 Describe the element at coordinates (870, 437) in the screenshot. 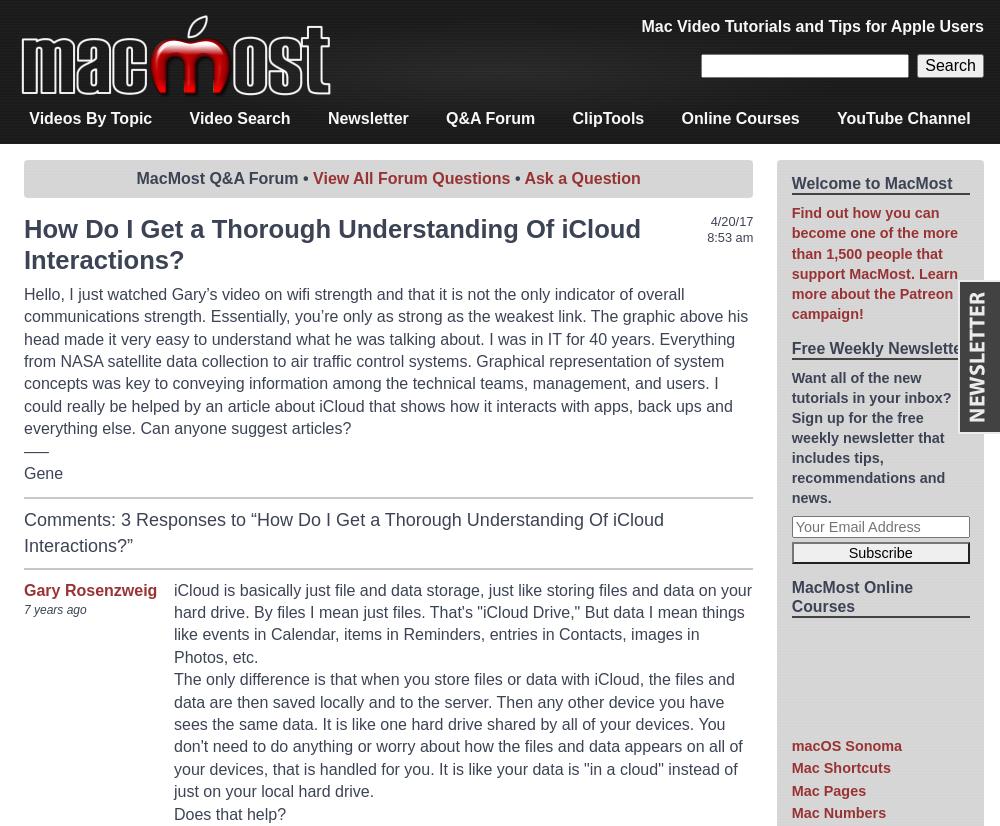

I see `'Want all of the new tutorials in your inbox? Sign up for the free weekly newsletter that includes tips, recommendations and news.'` at that location.